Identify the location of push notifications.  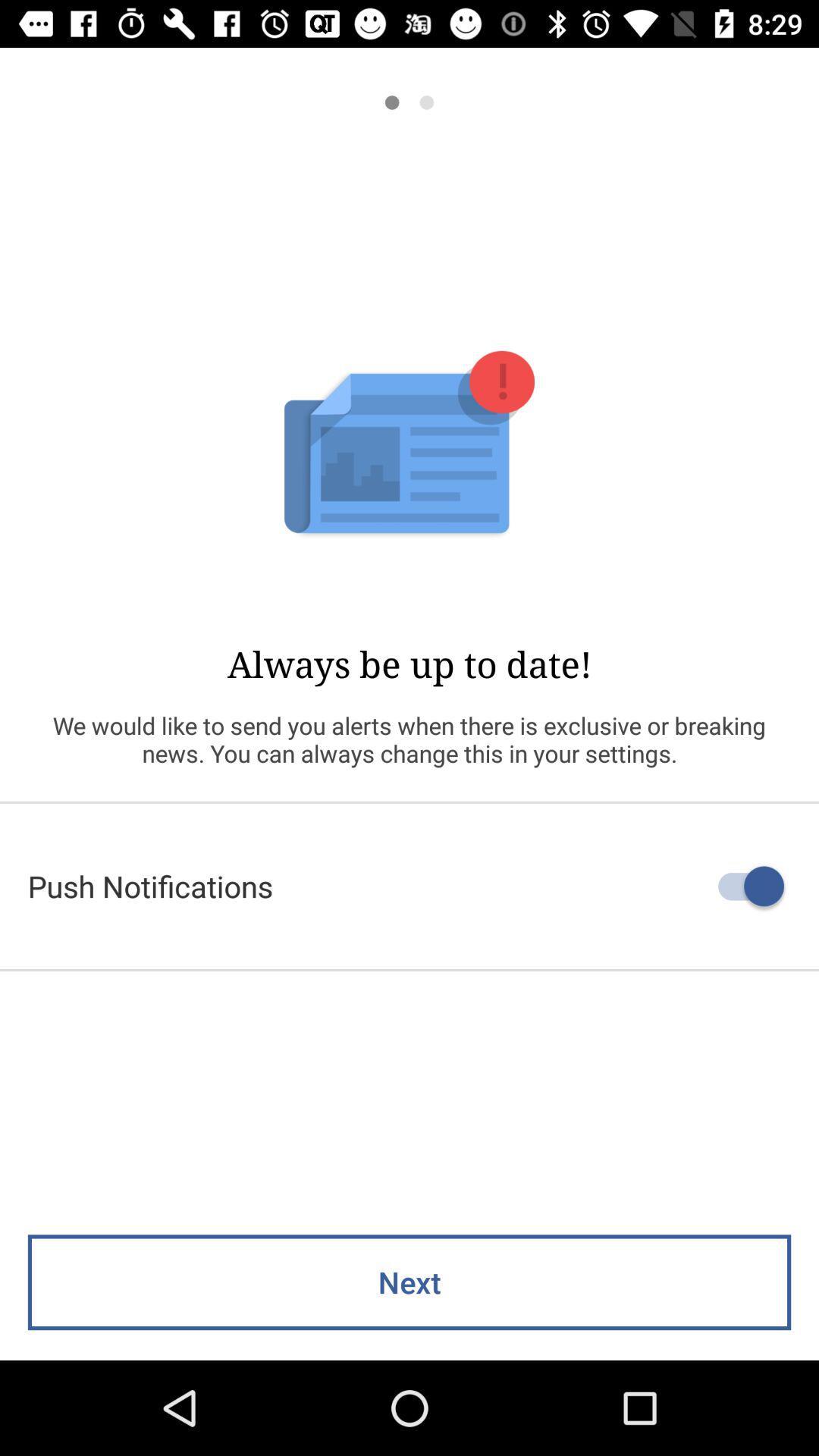
(409, 886).